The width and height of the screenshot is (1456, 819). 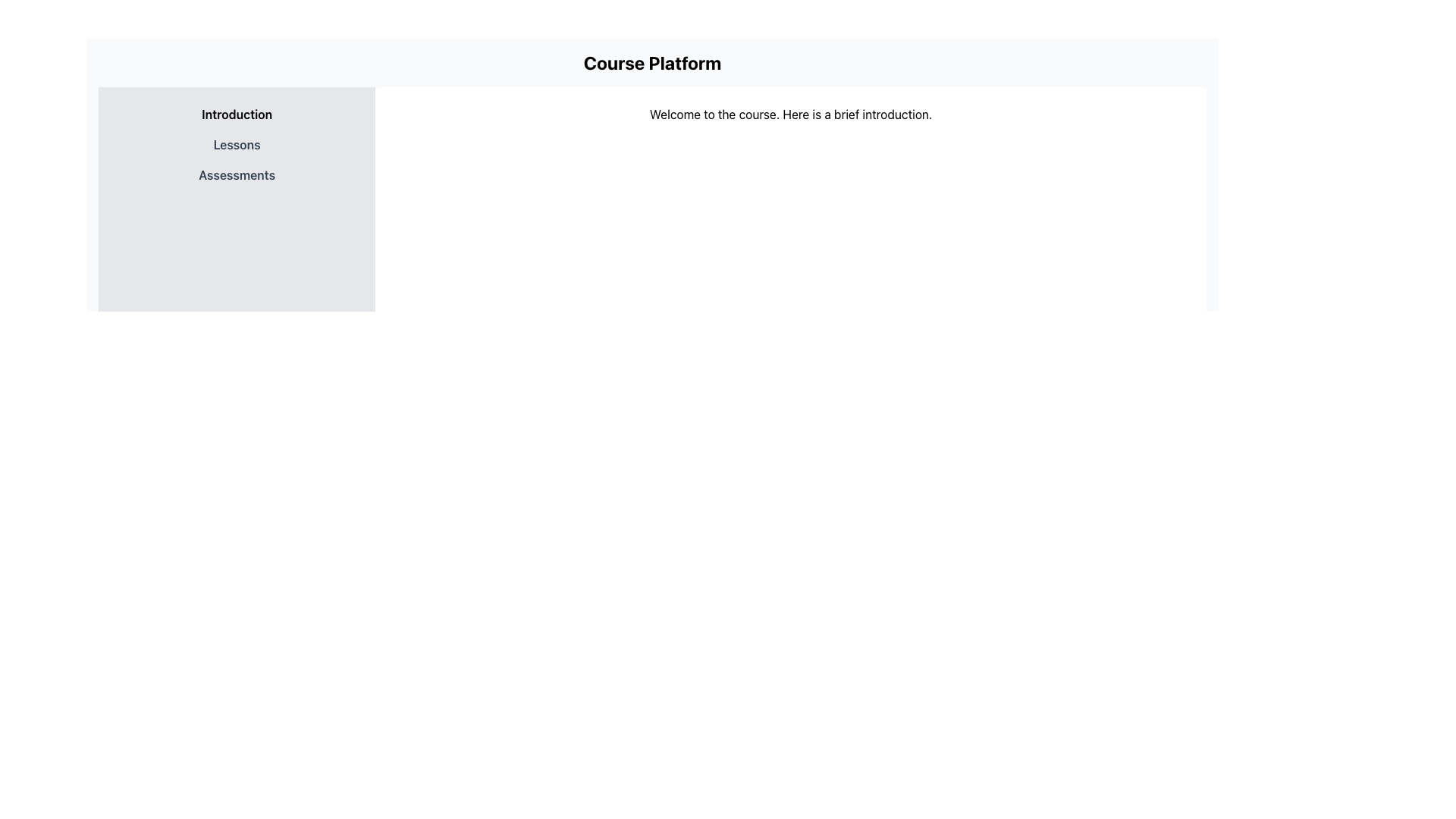 I want to click on the 'Lessons' text label located in the vertical menu list, so click(x=236, y=145).